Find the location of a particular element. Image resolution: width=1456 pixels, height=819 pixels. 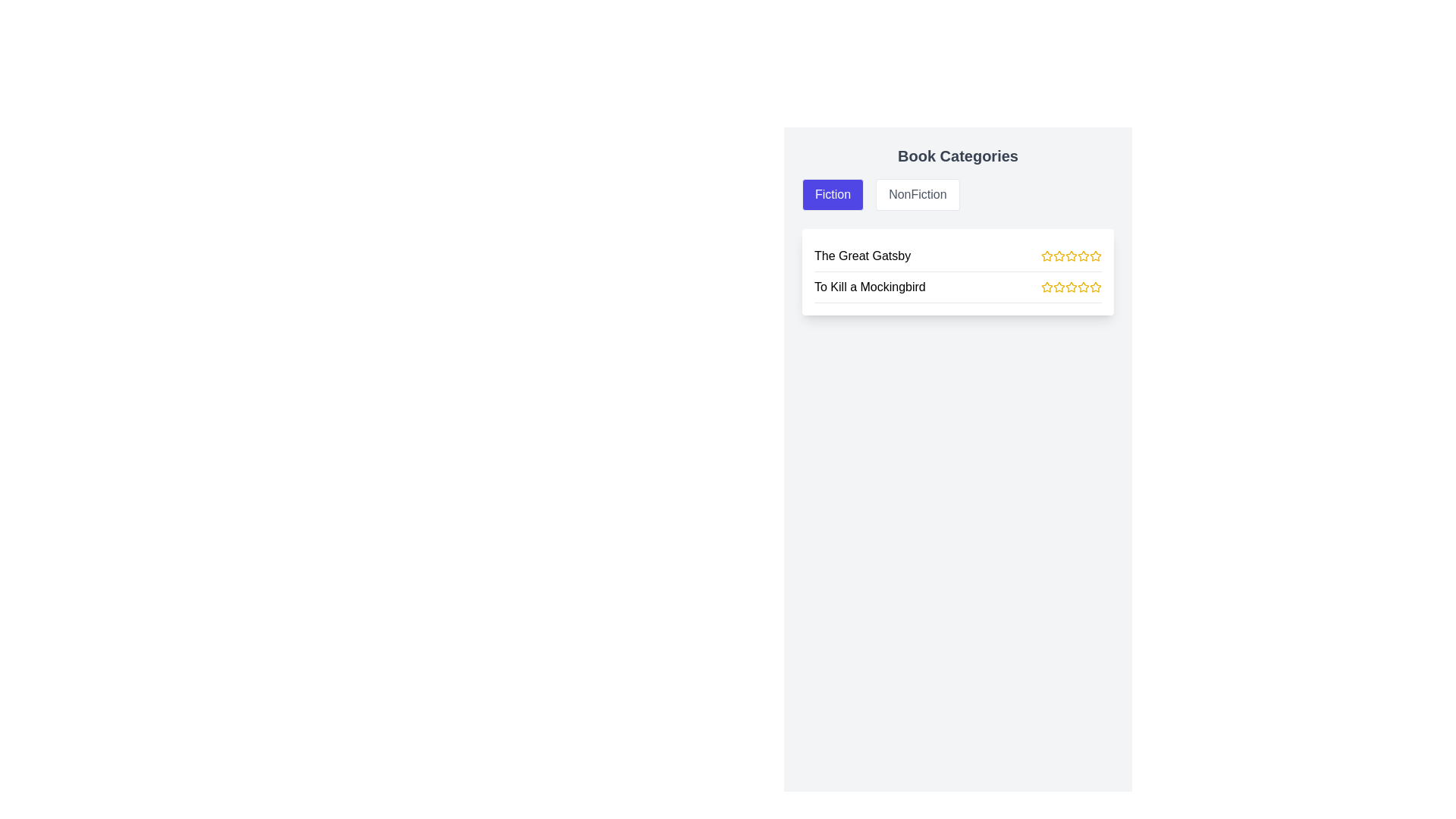

the fifth star icon in the star rating component is located at coordinates (1083, 287).